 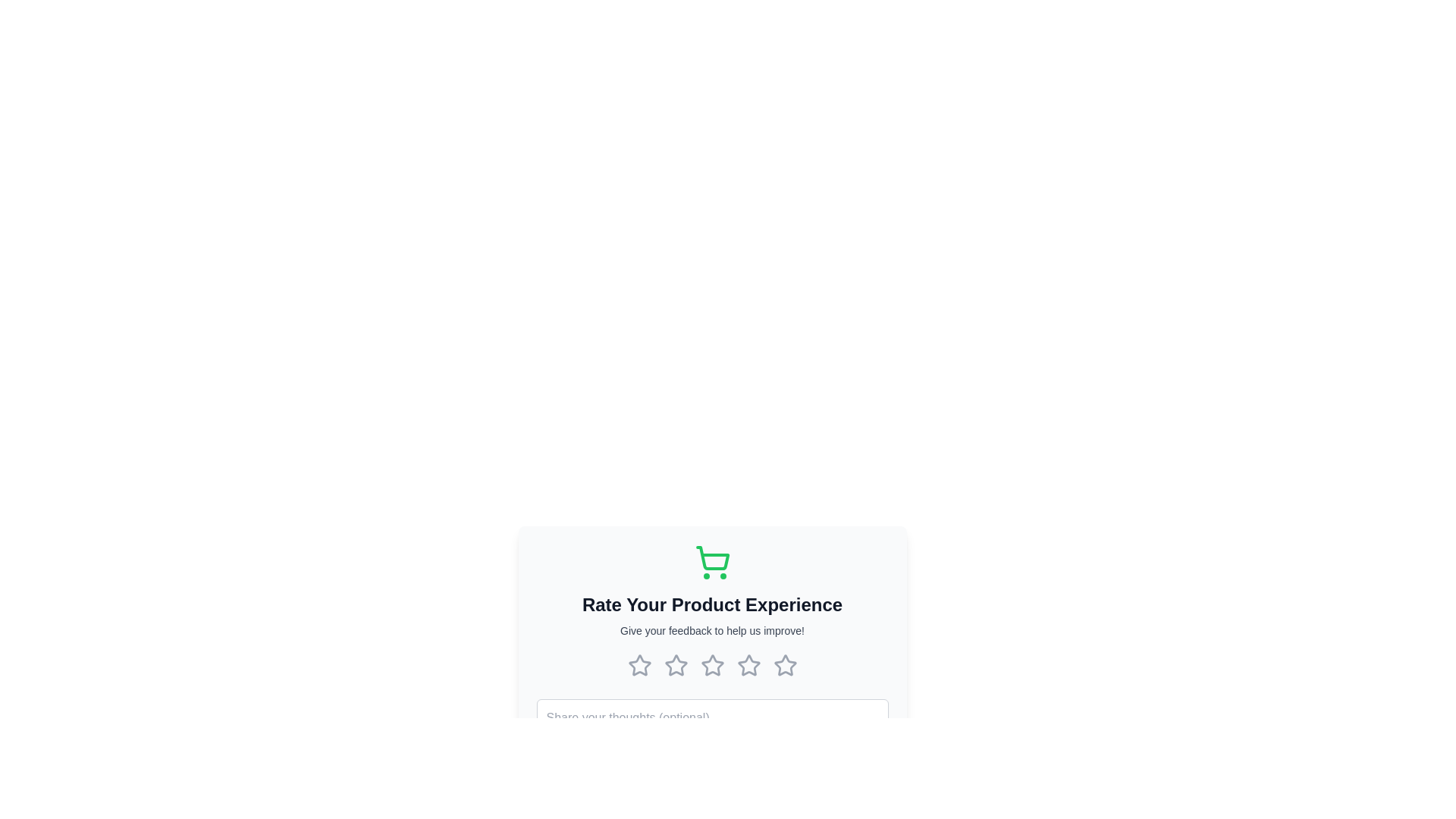 What do you see at coordinates (639, 665) in the screenshot?
I see `the first star rating icon in the 'Rate Your Product Experience' section` at bounding box center [639, 665].